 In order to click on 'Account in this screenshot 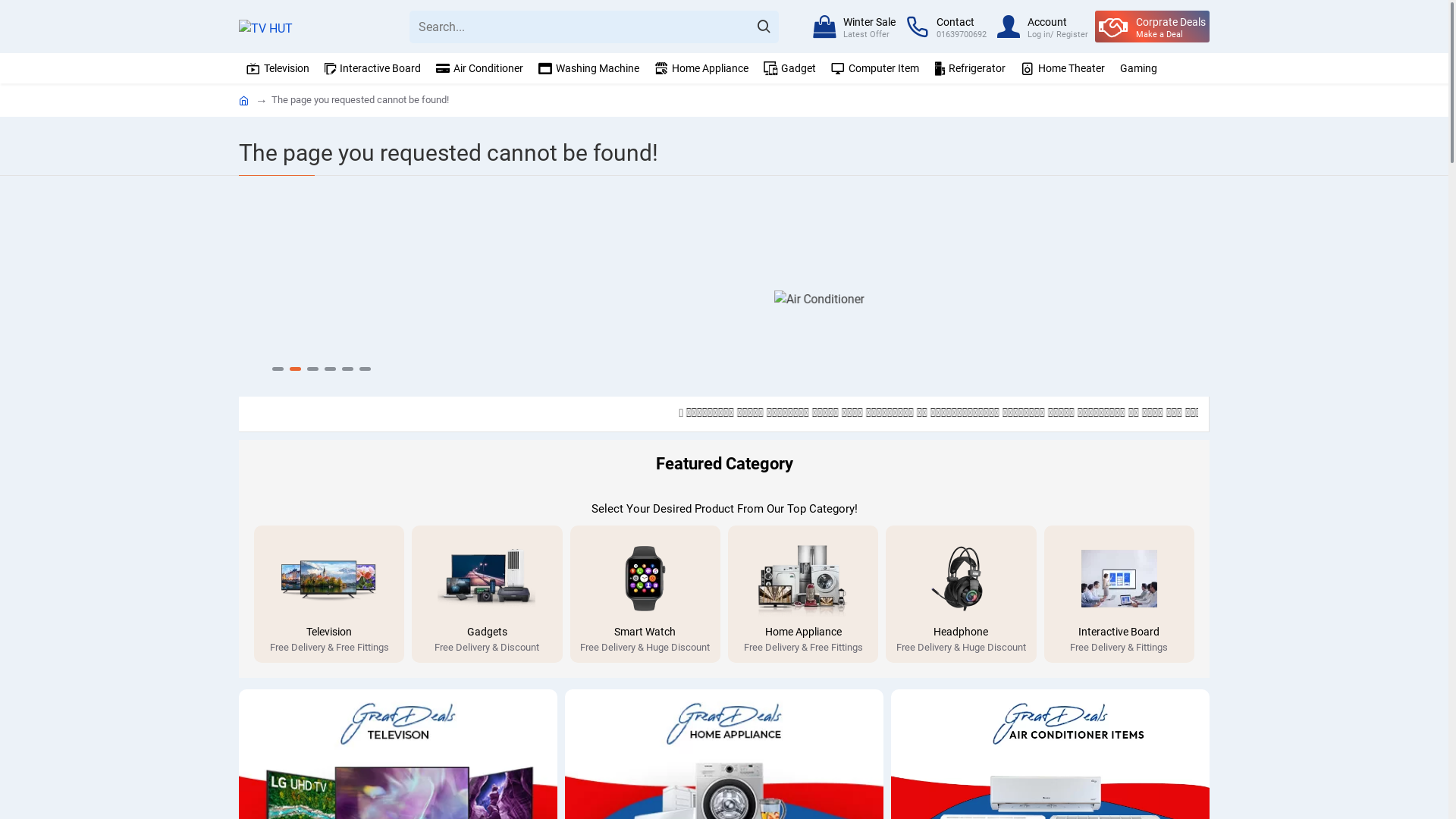, I will do `click(1041, 26)`.